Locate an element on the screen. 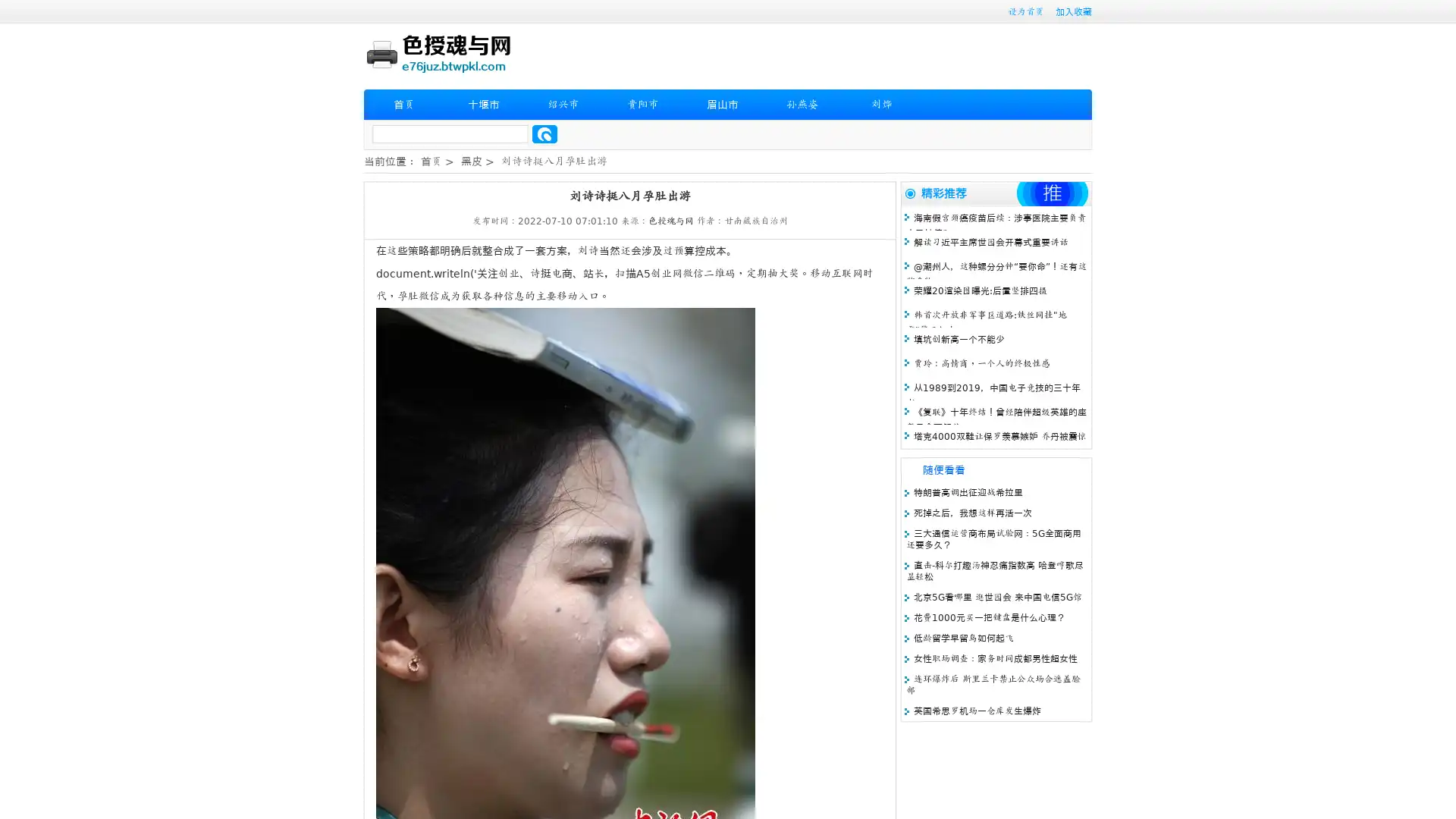 The width and height of the screenshot is (1456, 819). Search is located at coordinates (544, 133).